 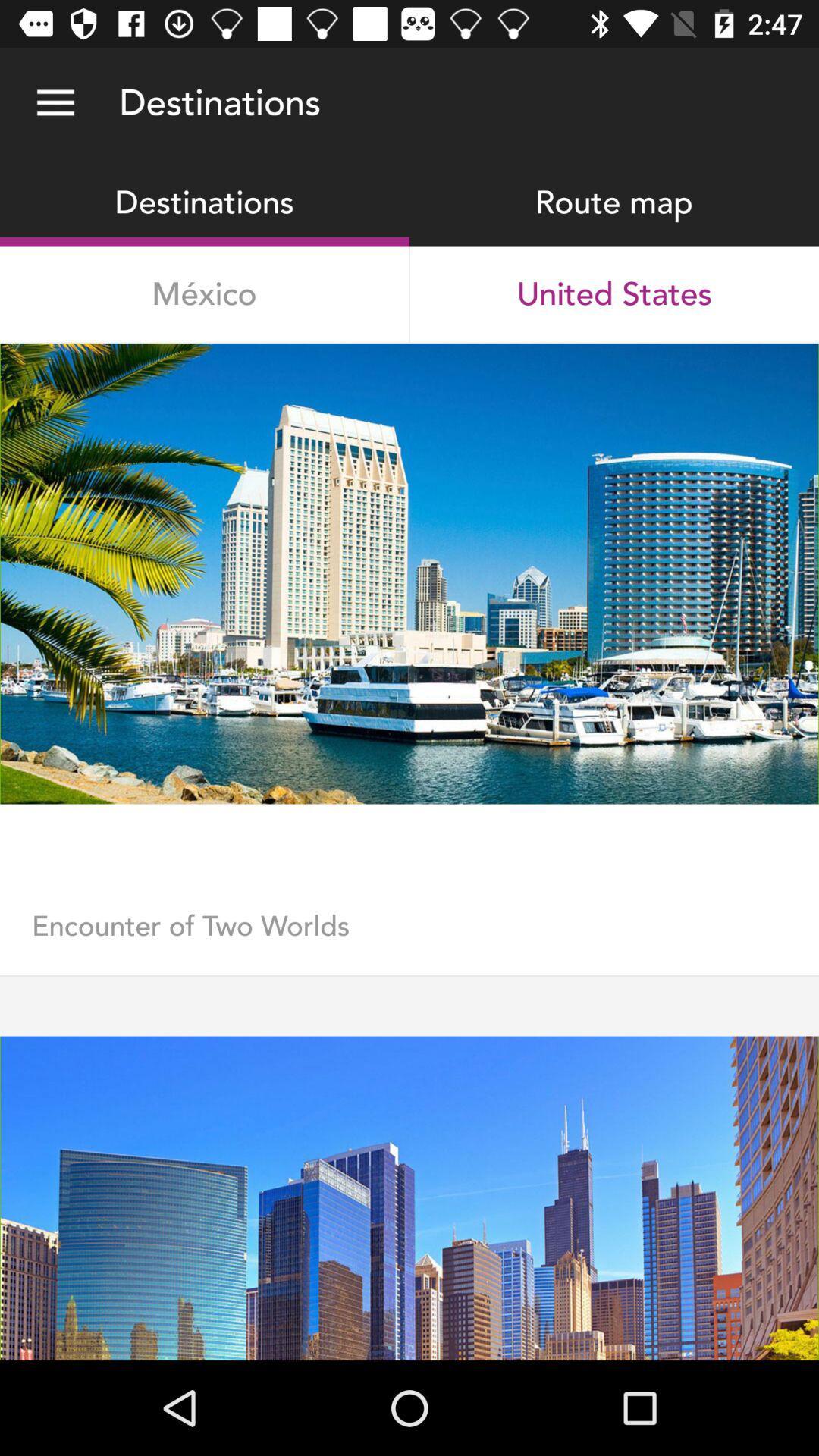 I want to click on the encounter of two item, so click(x=409, y=941).